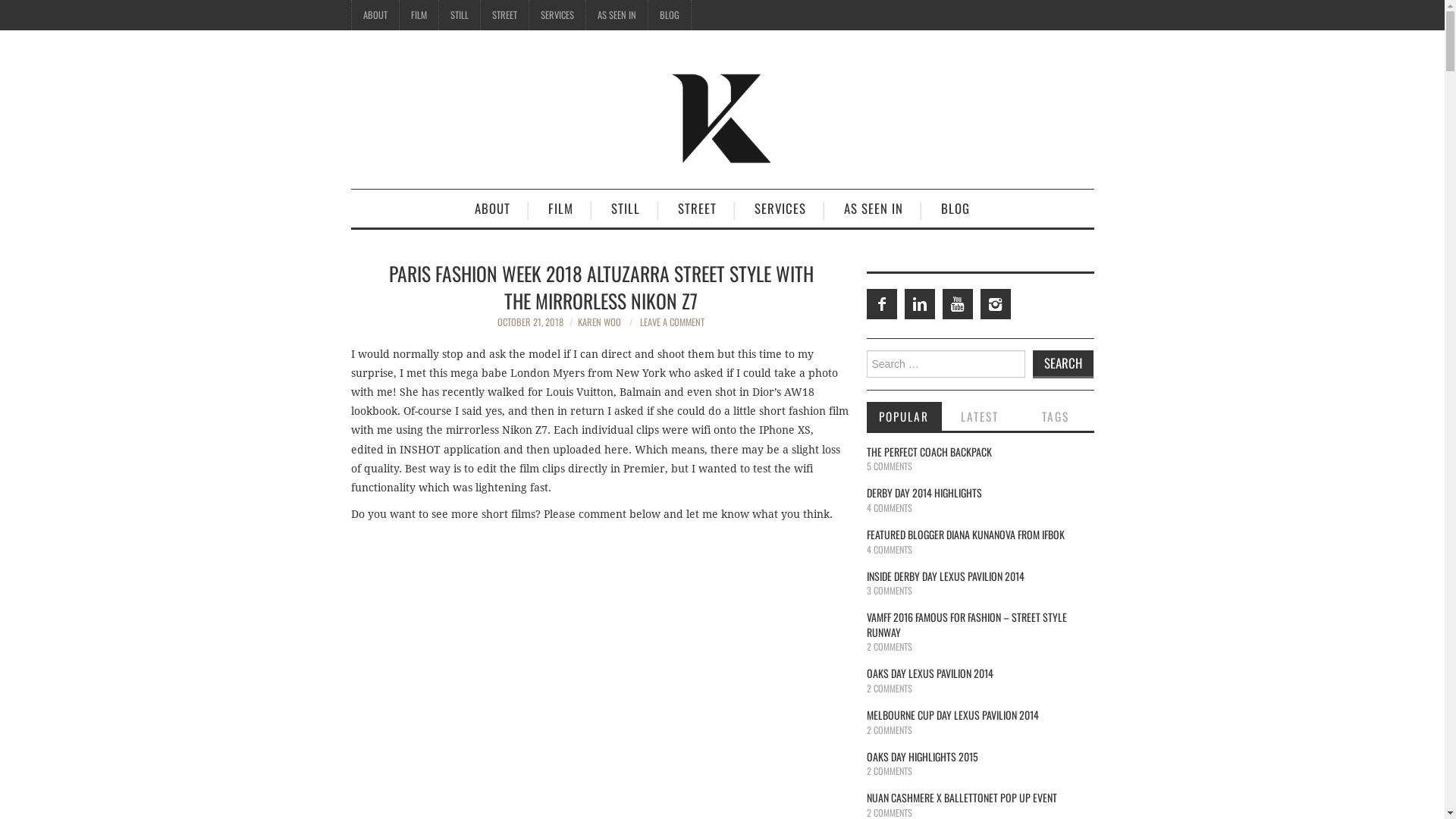 The width and height of the screenshot is (1456, 819). Describe the element at coordinates (616, 14) in the screenshot. I see `'AS SEEN IN'` at that location.